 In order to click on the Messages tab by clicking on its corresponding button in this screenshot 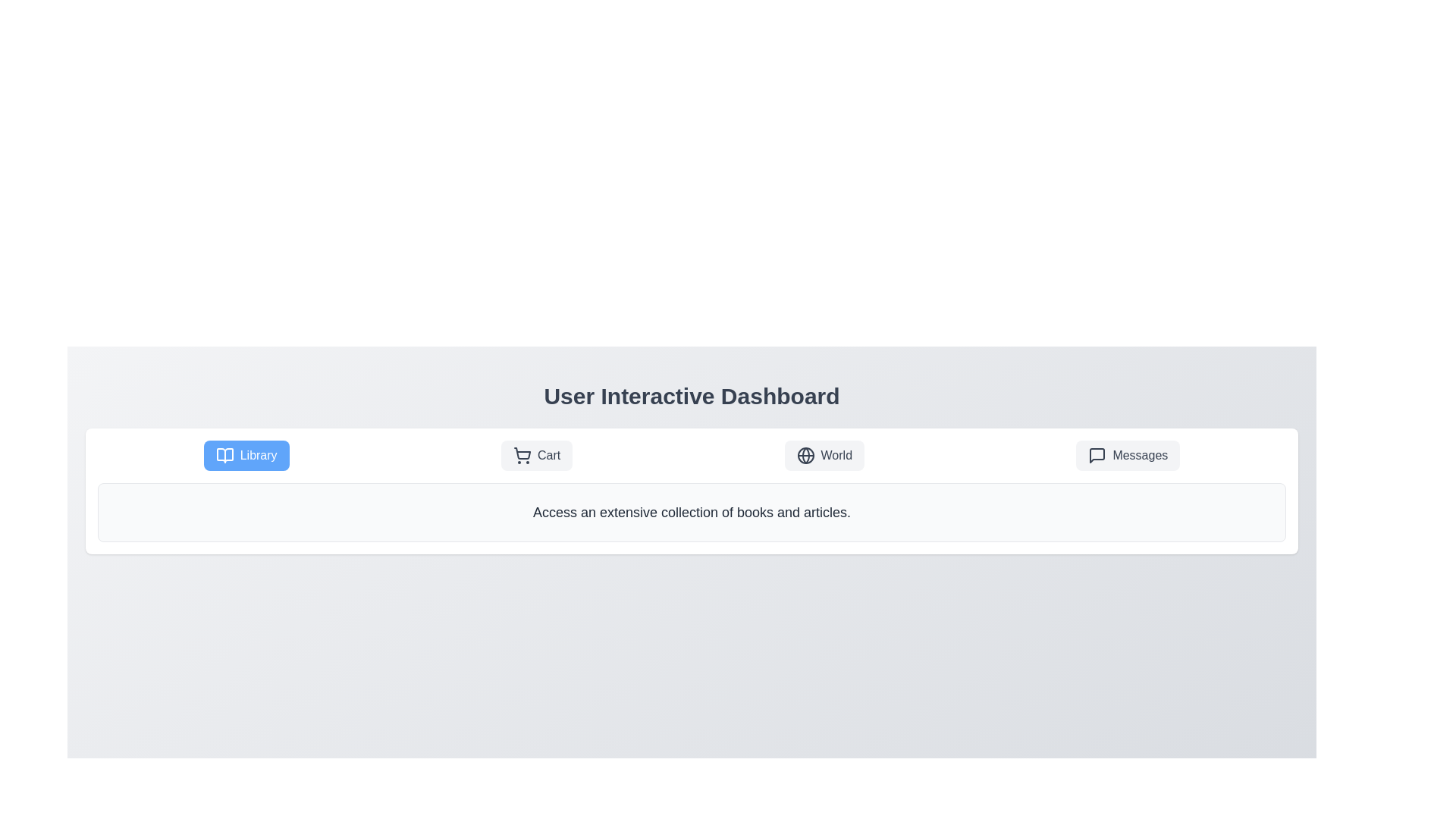, I will do `click(1128, 455)`.